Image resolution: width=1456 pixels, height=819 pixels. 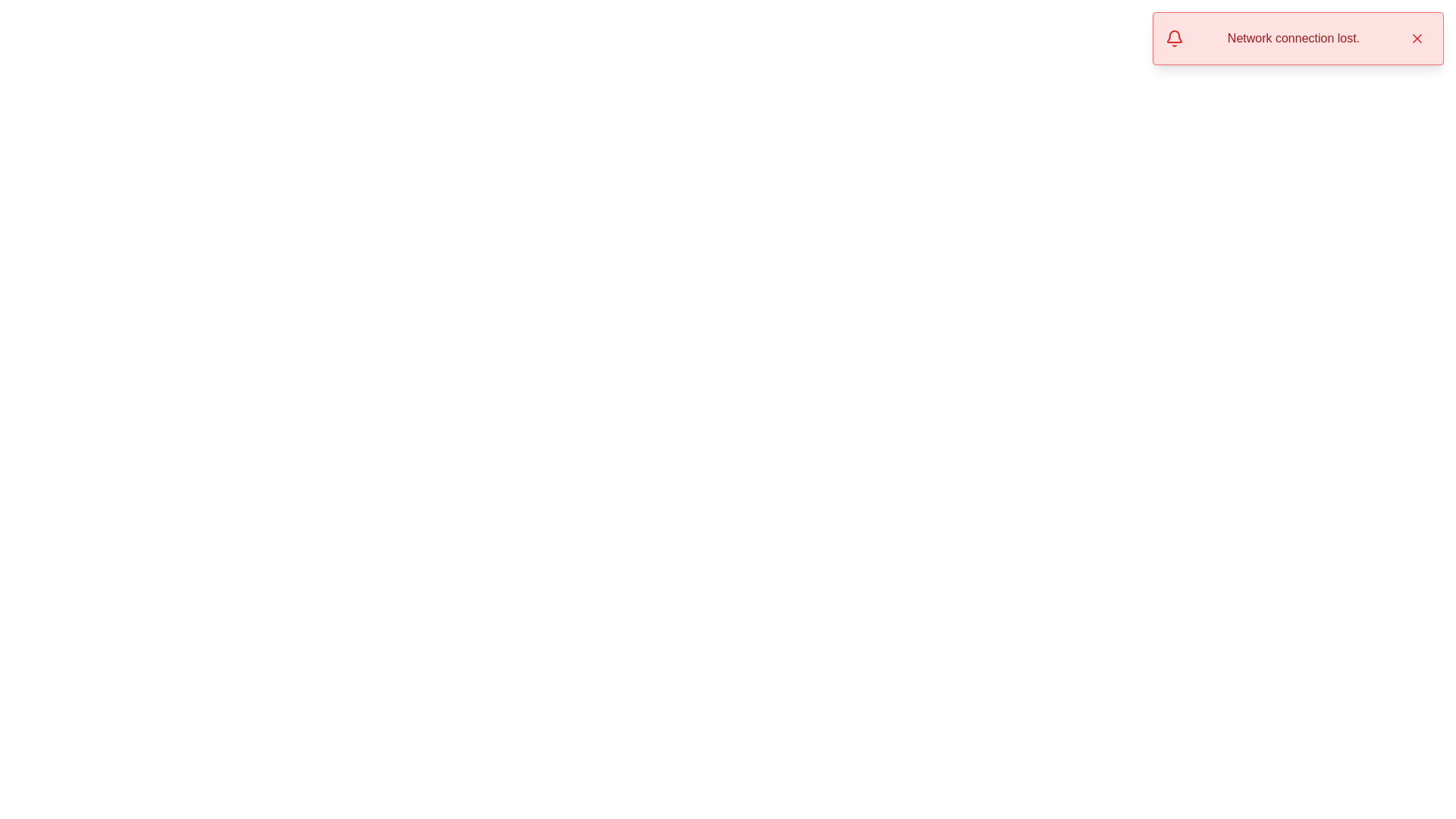 What do you see at coordinates (1416, 37) in the screenshot?
I see `the dismissal button with an 'X' icon located at the top-right corner of the notification box` at bounding box center [1416, 37].